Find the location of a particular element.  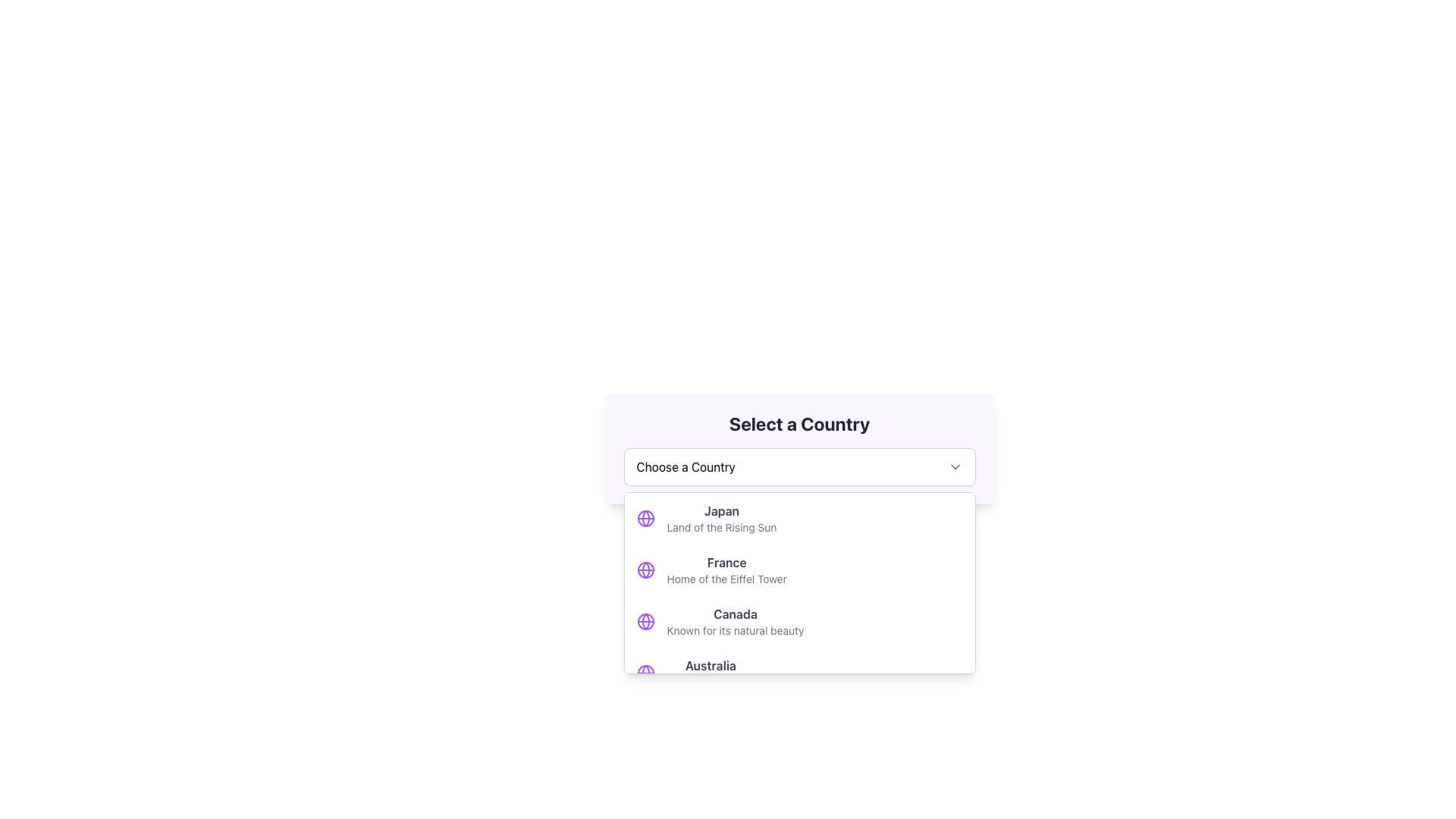

the fourth selectable list item in the country options dropdown, which is styled with a globe icon and labeled 'Australia' is located at coordinates (799, 672).